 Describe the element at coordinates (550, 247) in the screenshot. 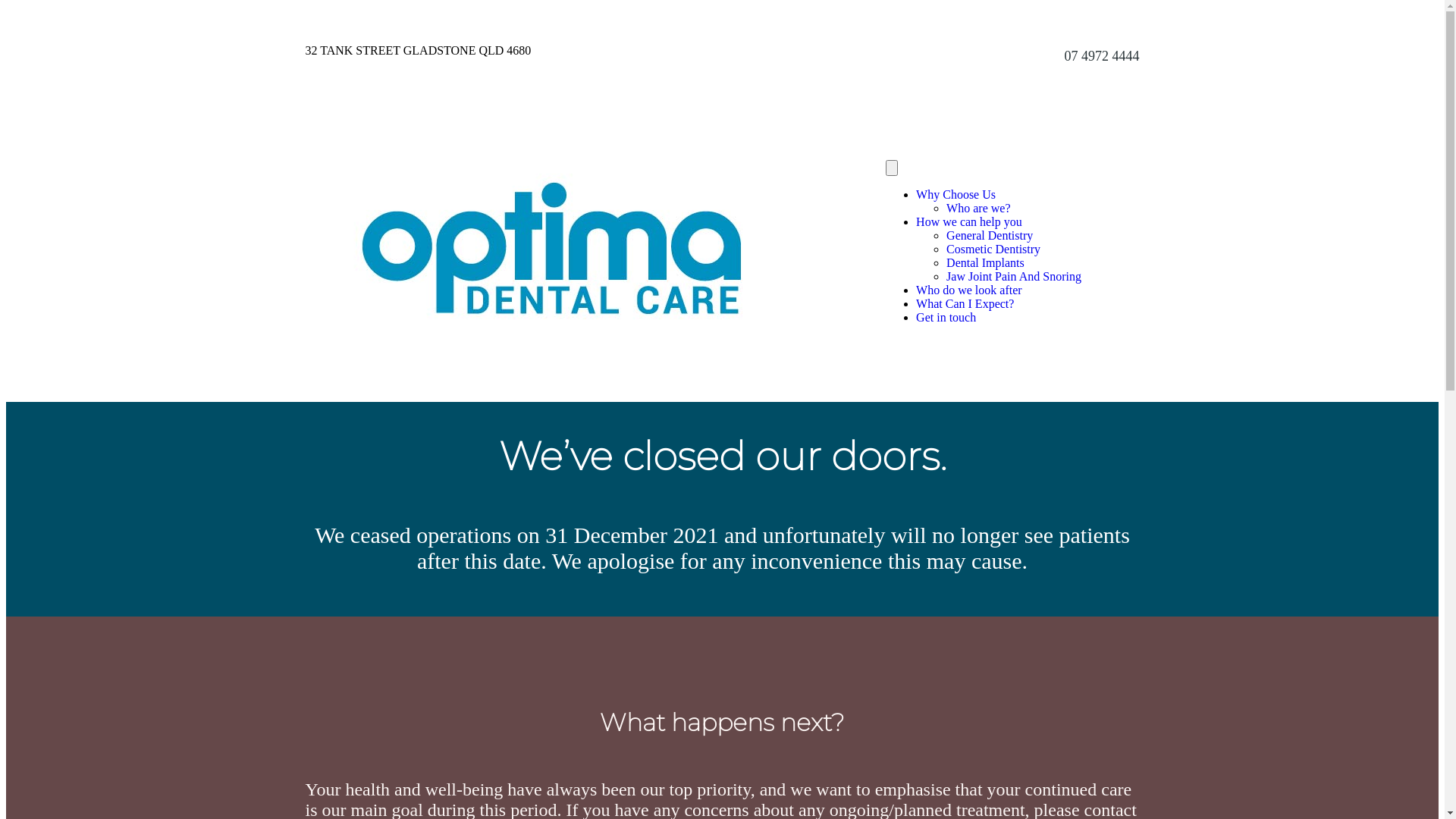

I see `'Optima Dental Care logo 2018 - digital'` at that location.